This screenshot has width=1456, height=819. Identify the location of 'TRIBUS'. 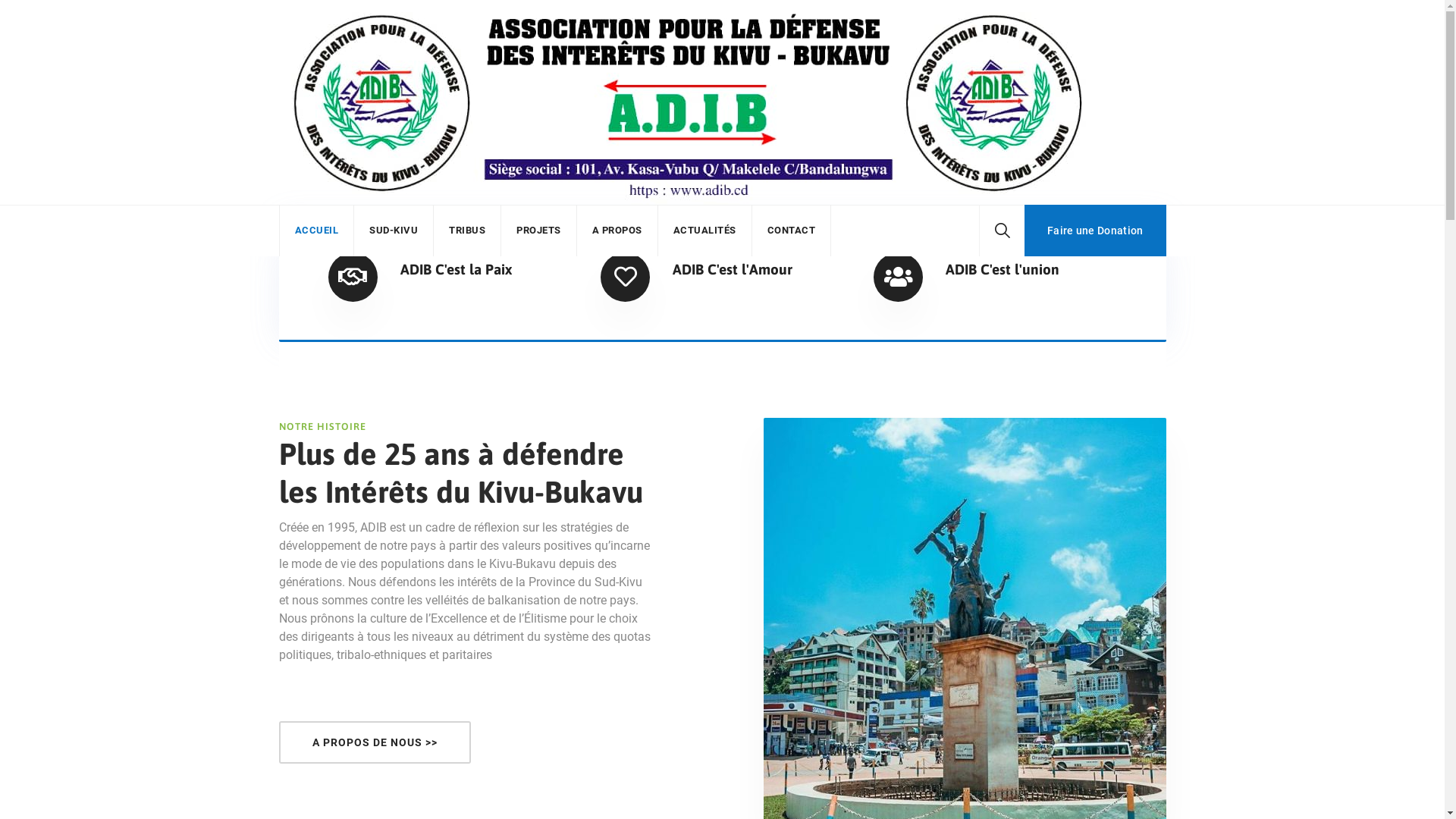
(447, 231).